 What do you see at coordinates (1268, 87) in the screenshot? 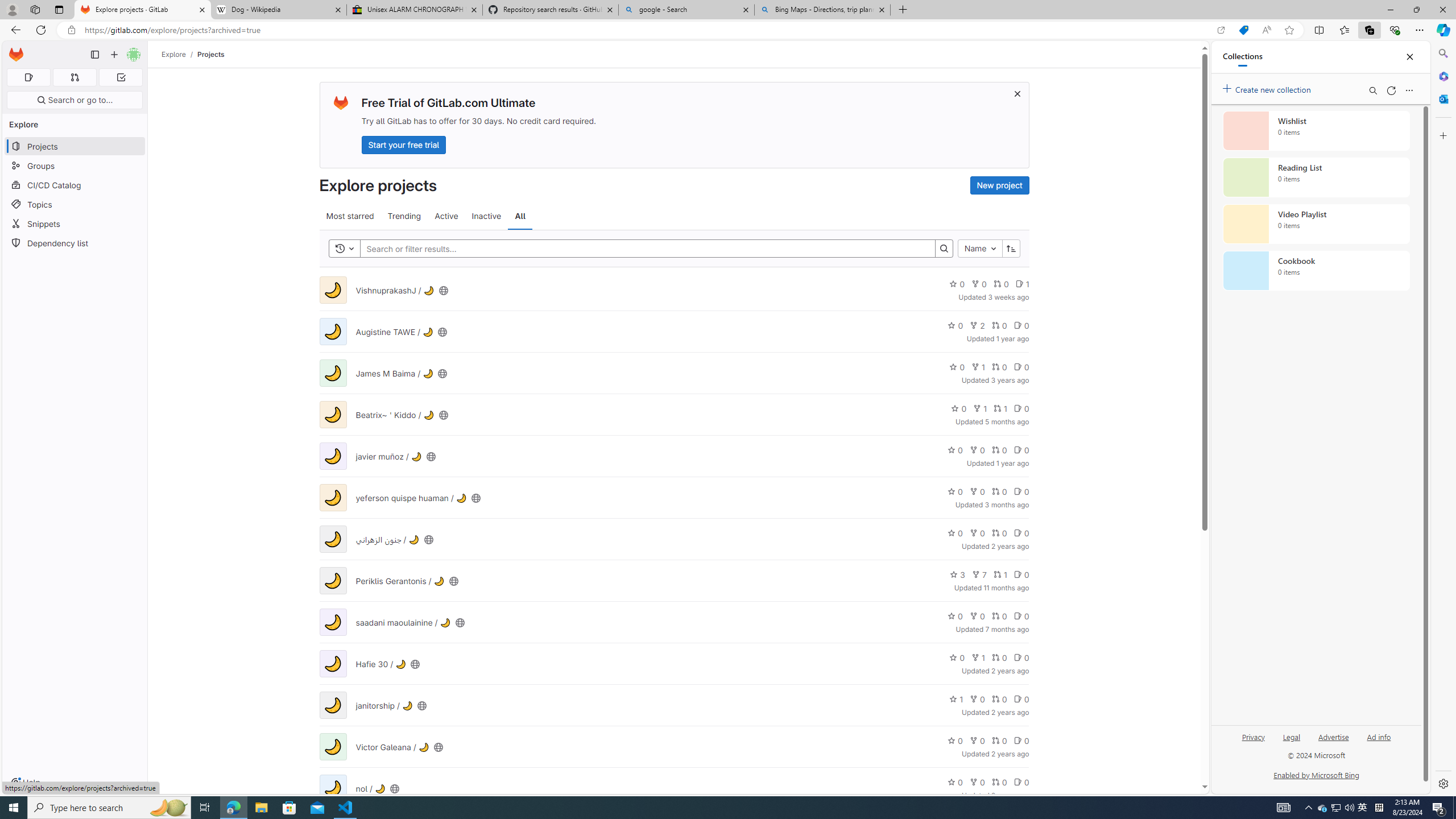
I see `'Create new collection'` at bounding box center [1268, 87].